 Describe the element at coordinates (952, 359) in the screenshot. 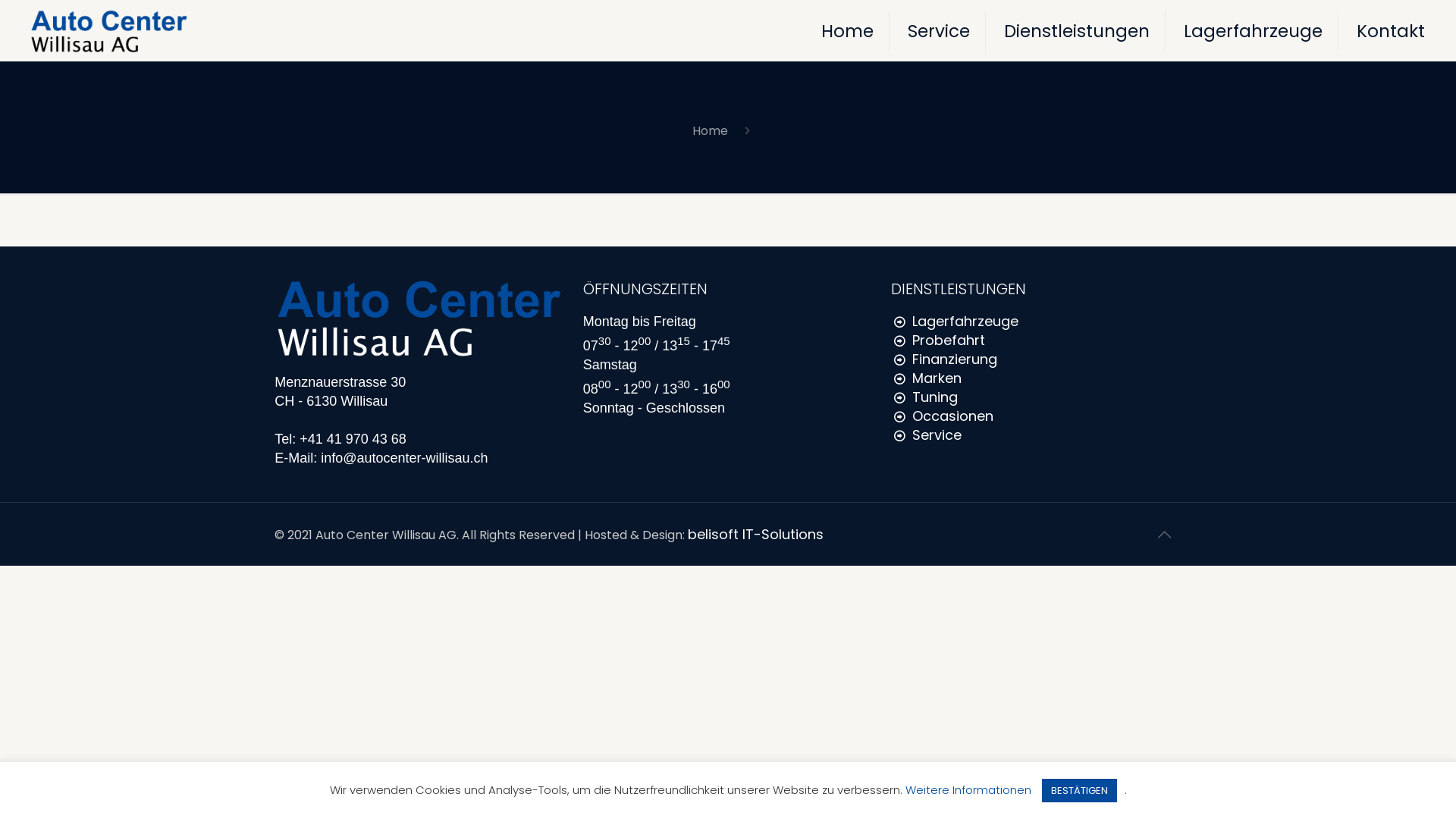

I see `'Finanzierung'` at that location.